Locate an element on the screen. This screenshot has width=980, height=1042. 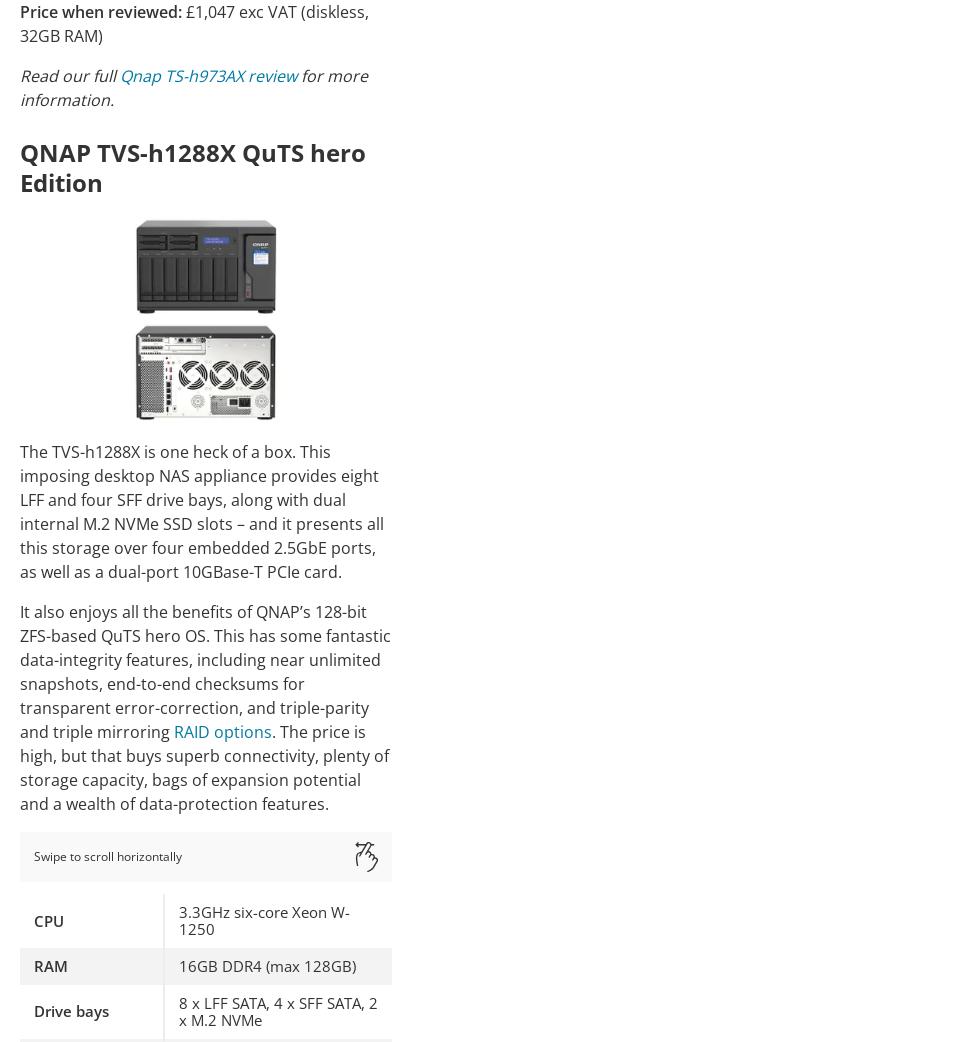
'. The price is high, but that buys superb connectivity, plenty of storage capacity, bags of expansion potential and a wealth of data-protection features.' is located at coordinates (204, 766).